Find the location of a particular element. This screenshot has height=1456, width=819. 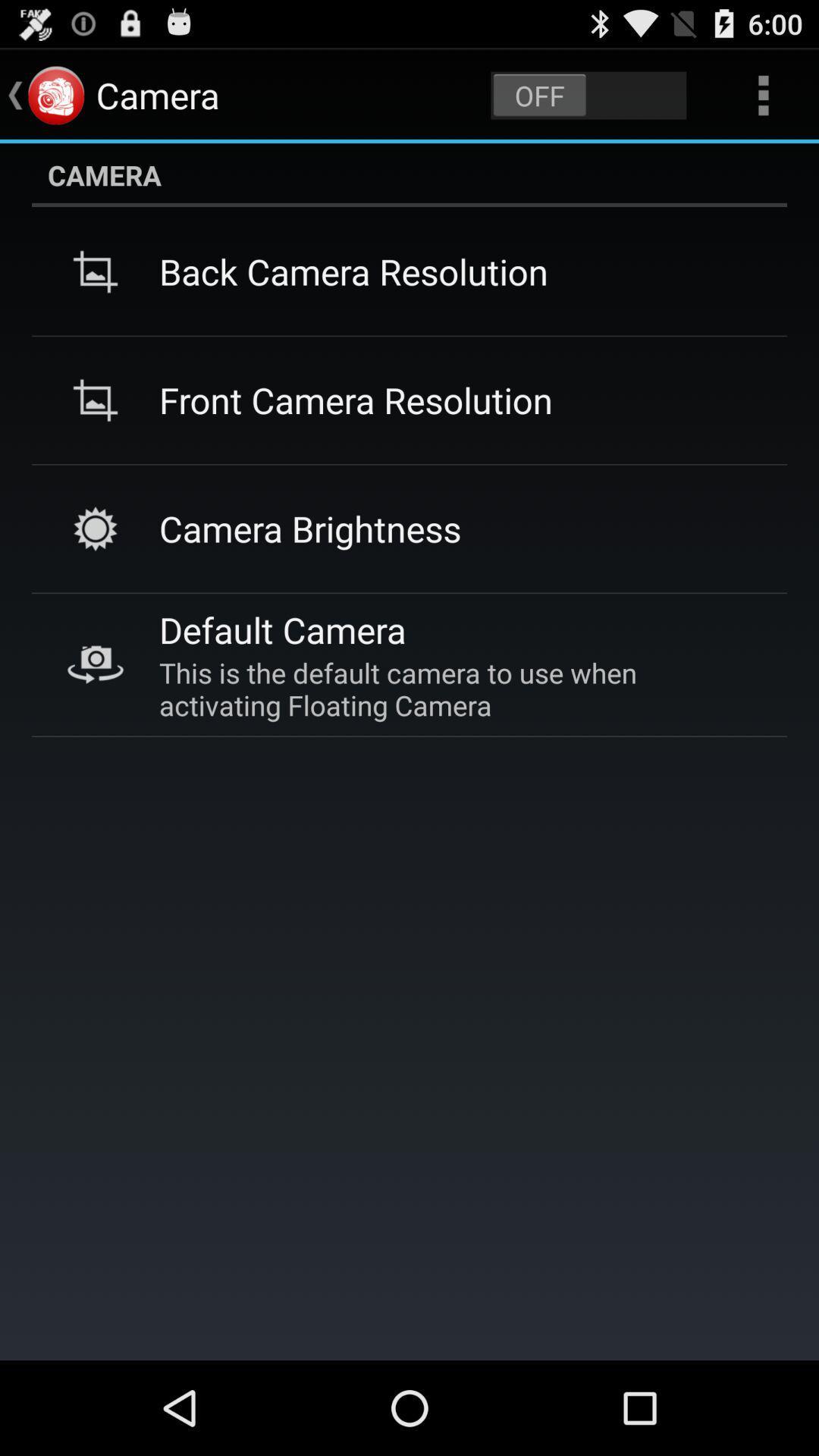

the item above the default camera is located at coordinates (309, 529).